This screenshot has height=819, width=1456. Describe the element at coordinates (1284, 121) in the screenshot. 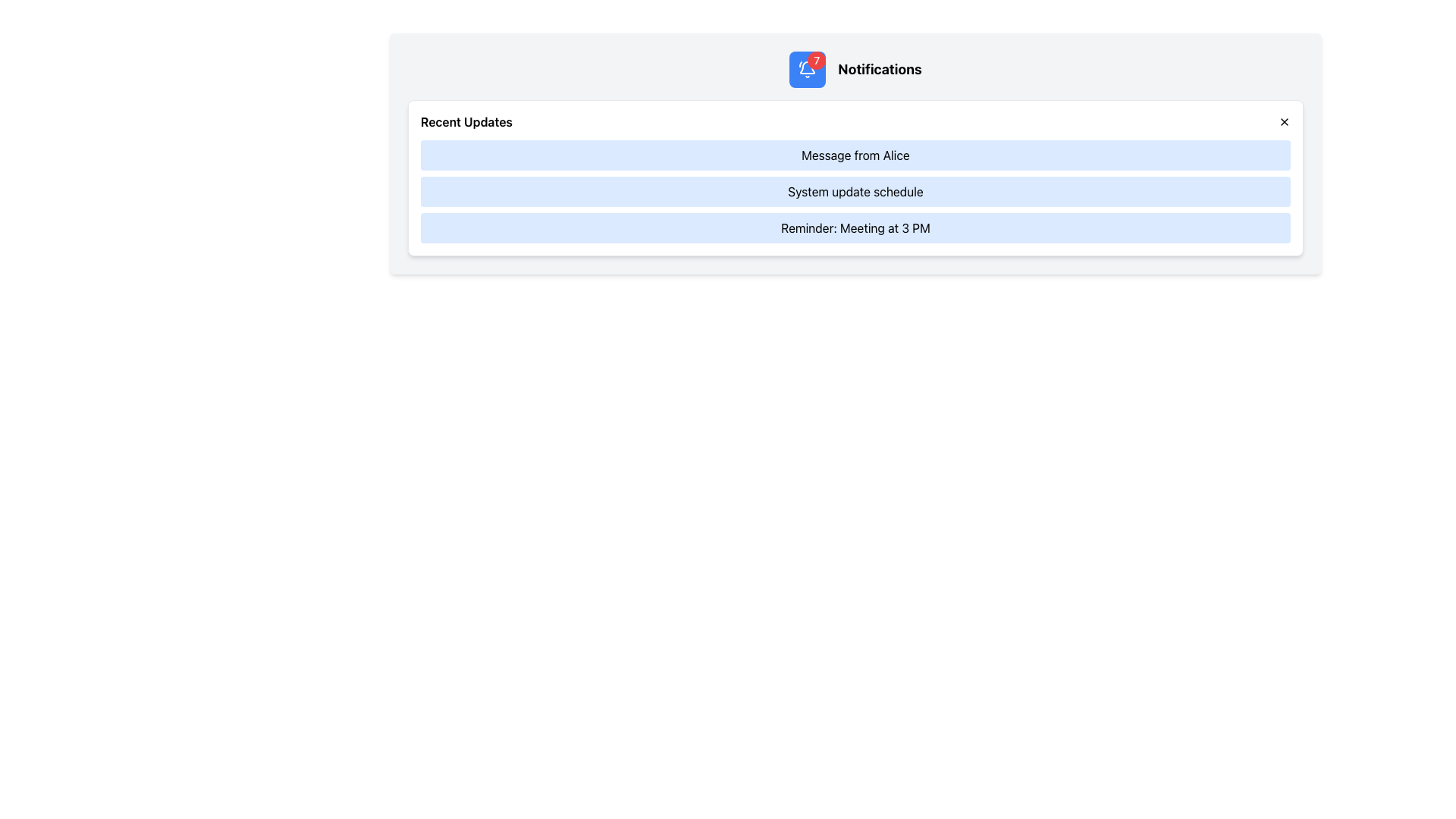

I see `the dismiss button represented by an 'X' icon located at the top-right corner of the 'Recent Updates' section` at that location.